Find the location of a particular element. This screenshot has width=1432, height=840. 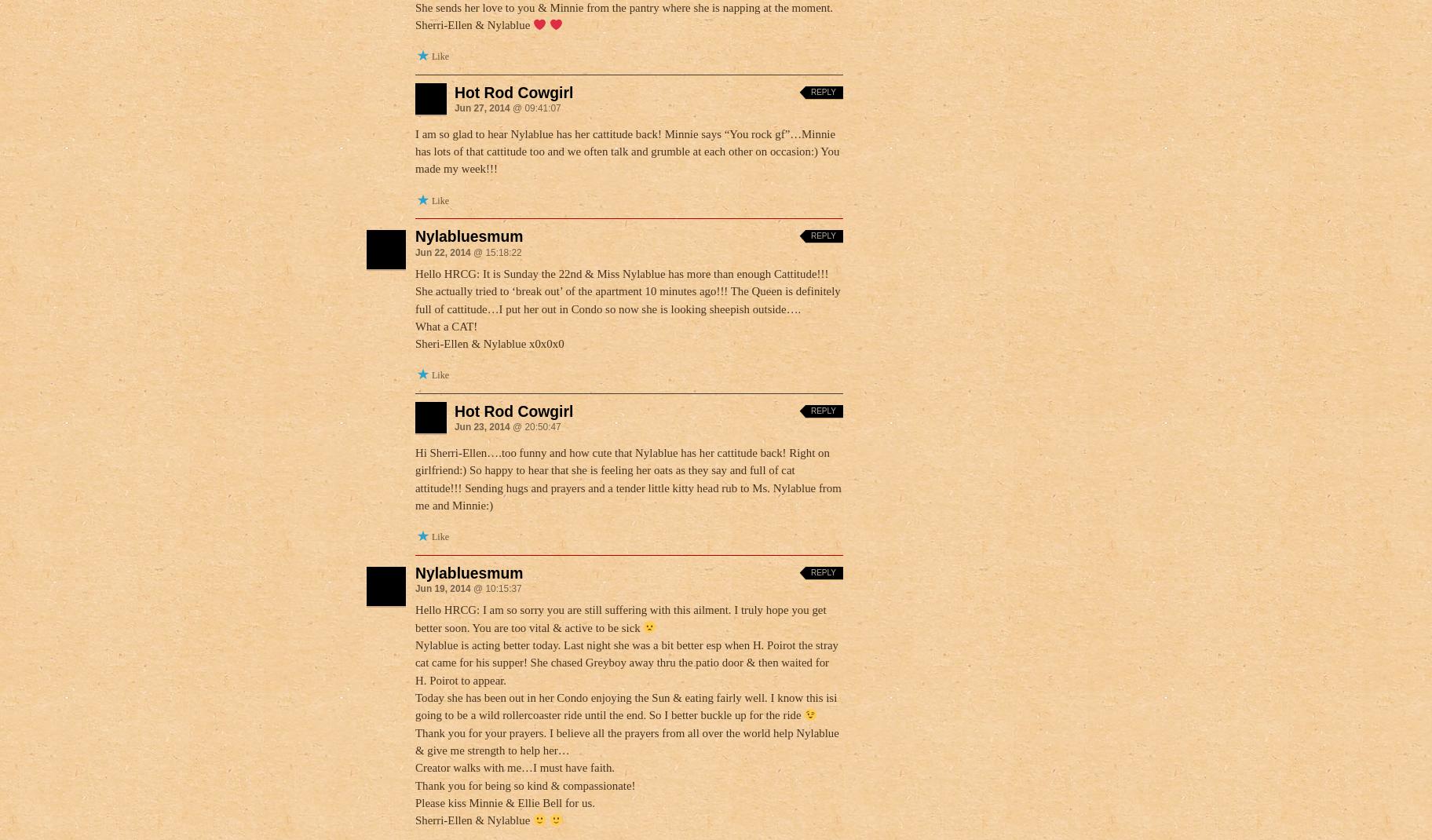

'Sheri-Ellen & Nylablue x0x0x0' is located at coordinates (488, 342).